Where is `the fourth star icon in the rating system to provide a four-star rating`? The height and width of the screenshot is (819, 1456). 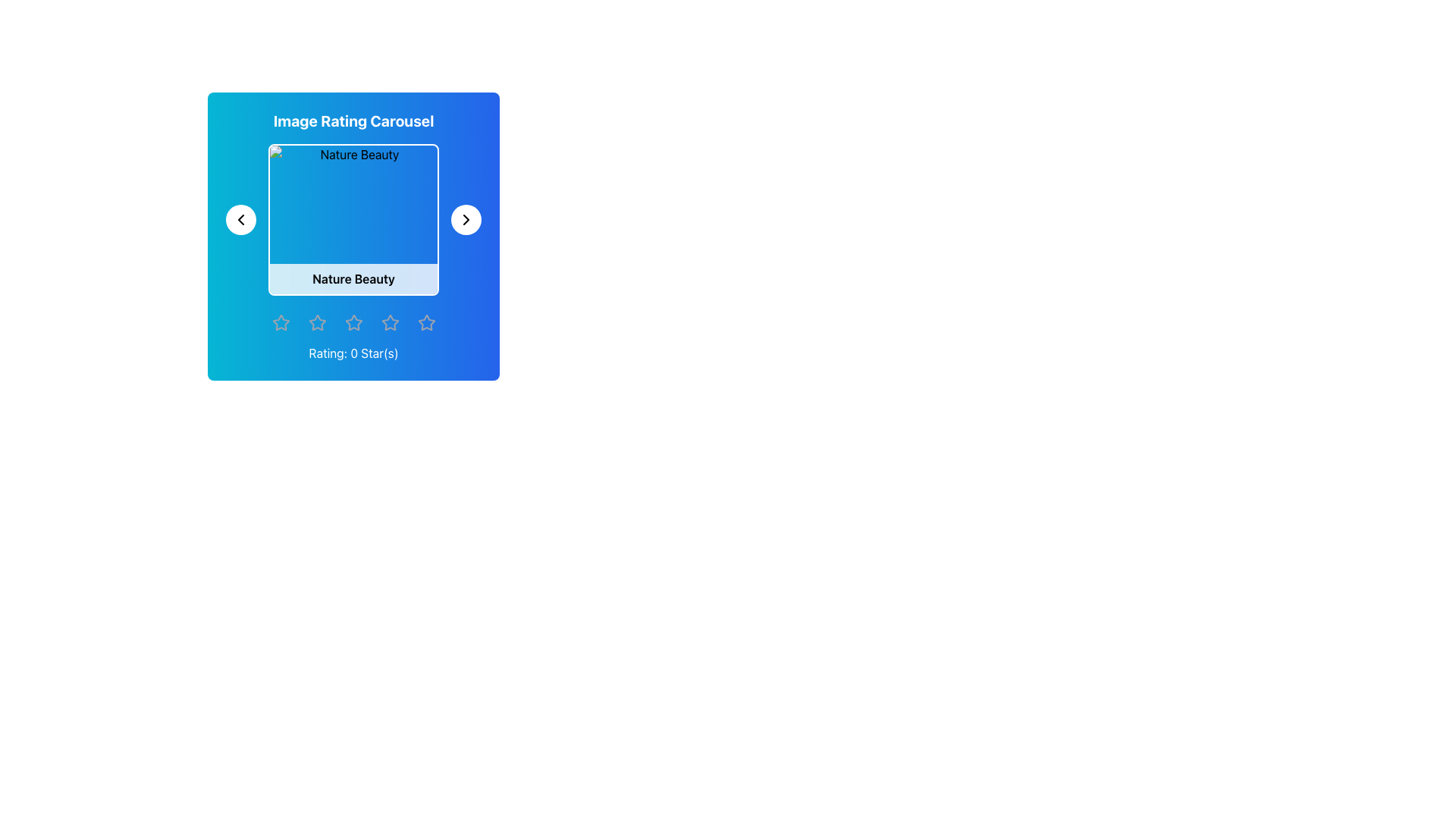
the fourth star icon in the rating system to provide a four-star rating is located at coordinates (390, 322).